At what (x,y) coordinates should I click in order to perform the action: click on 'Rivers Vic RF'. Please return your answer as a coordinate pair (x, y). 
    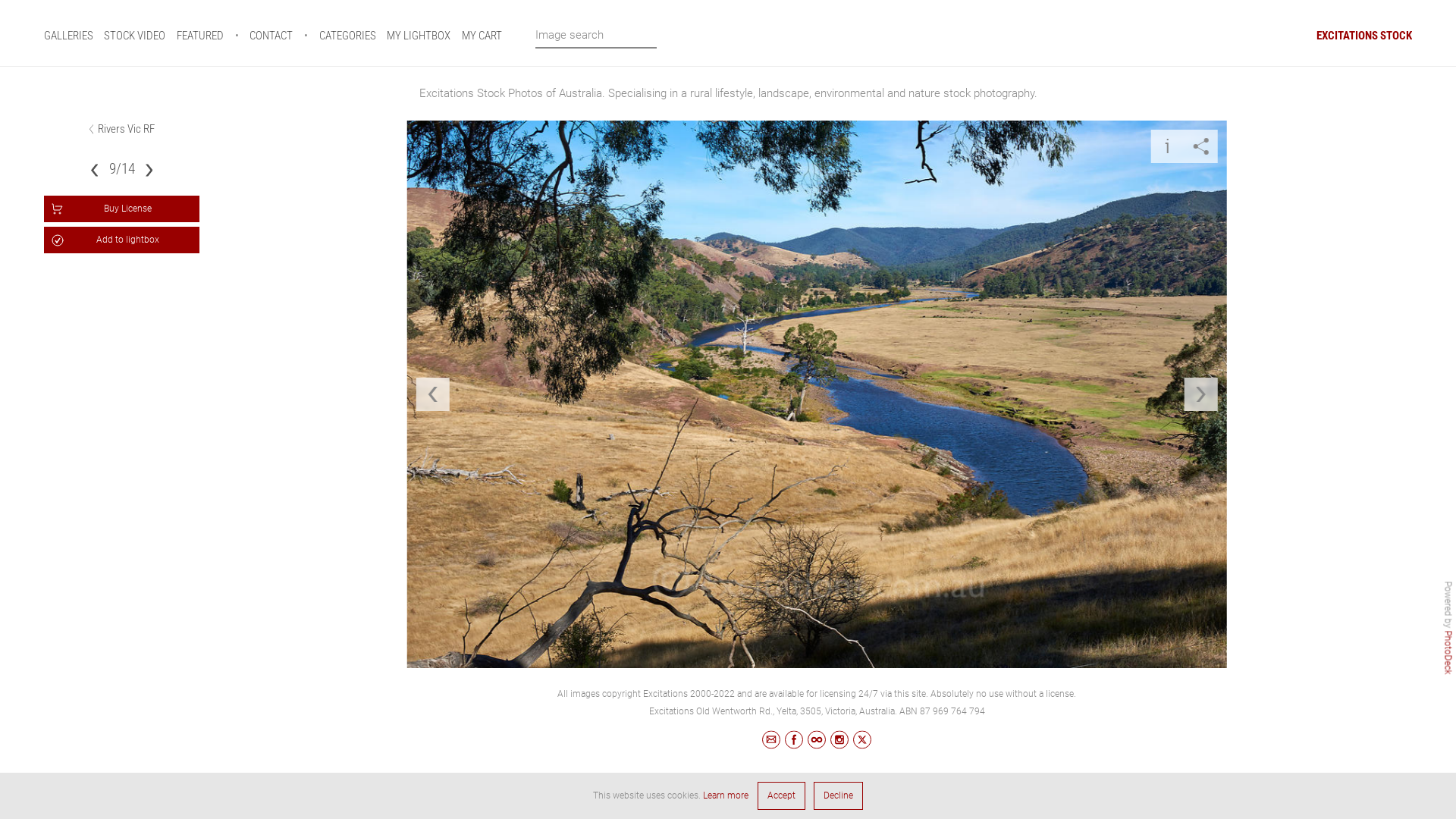
    Looking at the image, I should click on (126, 127).